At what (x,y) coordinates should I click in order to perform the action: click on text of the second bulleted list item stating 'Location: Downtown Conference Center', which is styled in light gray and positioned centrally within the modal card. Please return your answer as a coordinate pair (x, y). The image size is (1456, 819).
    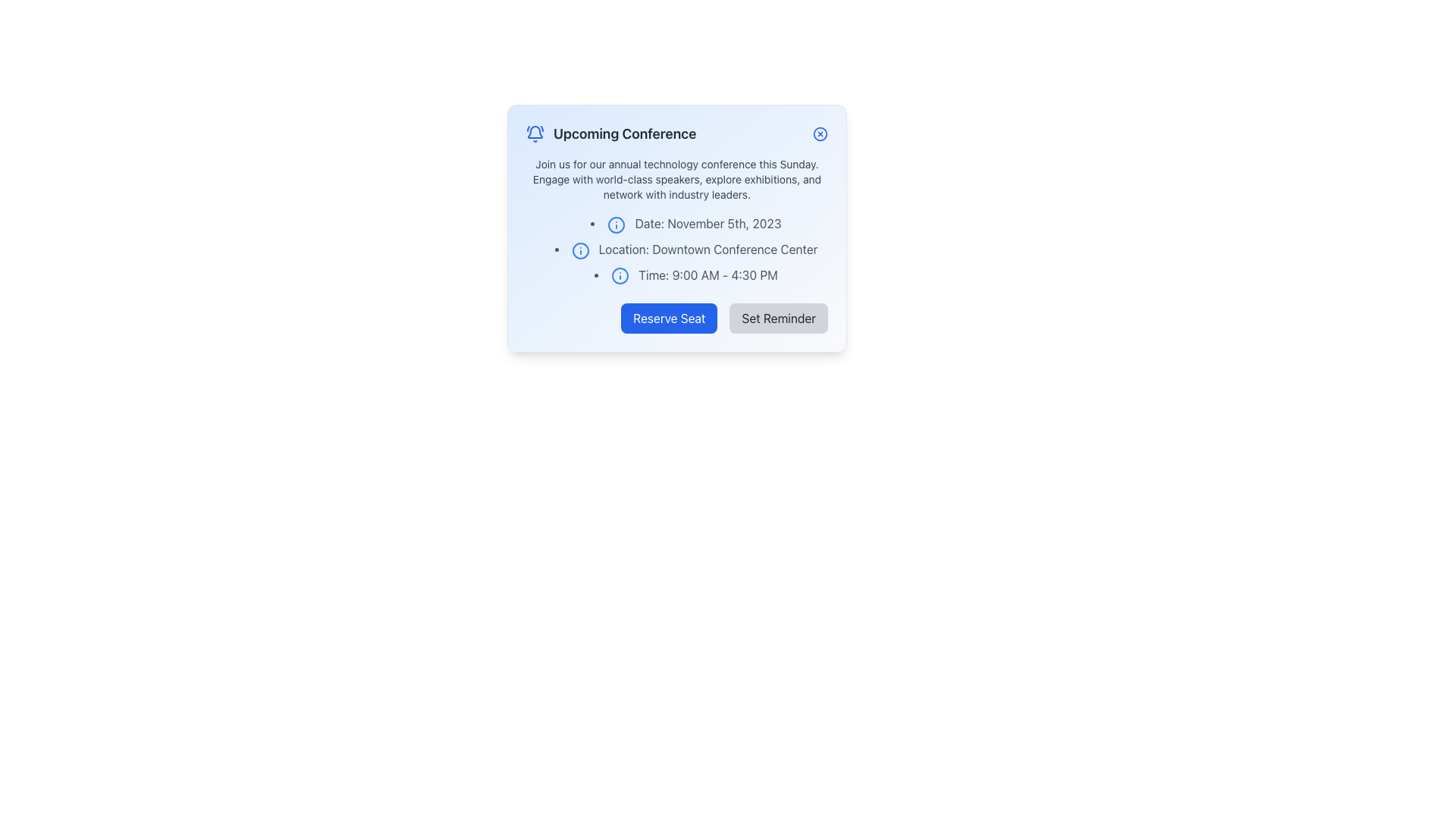
    Looking at the image, I should click on (676, 248).